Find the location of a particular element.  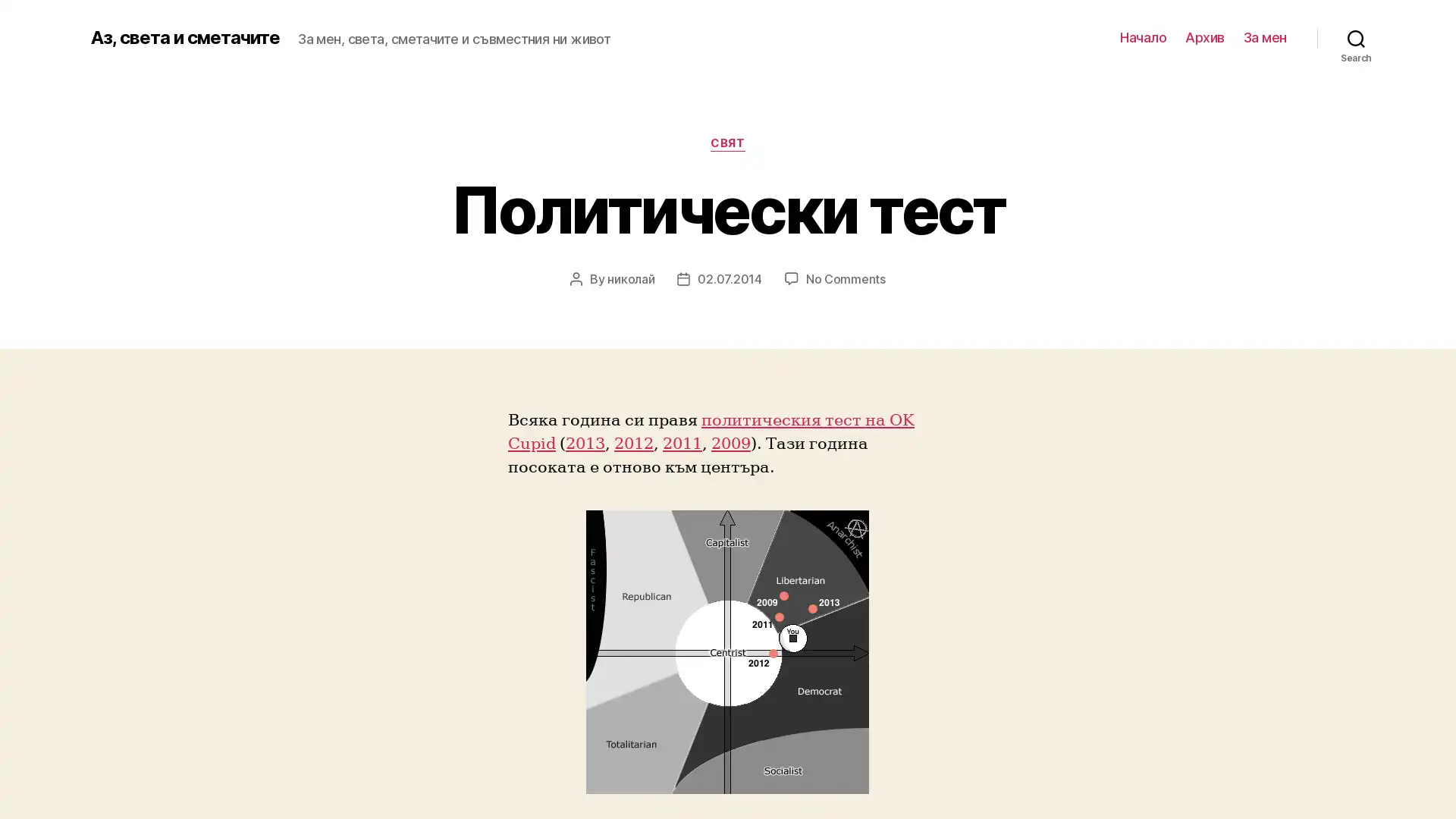

Search is located at coordinates (1356, 37).